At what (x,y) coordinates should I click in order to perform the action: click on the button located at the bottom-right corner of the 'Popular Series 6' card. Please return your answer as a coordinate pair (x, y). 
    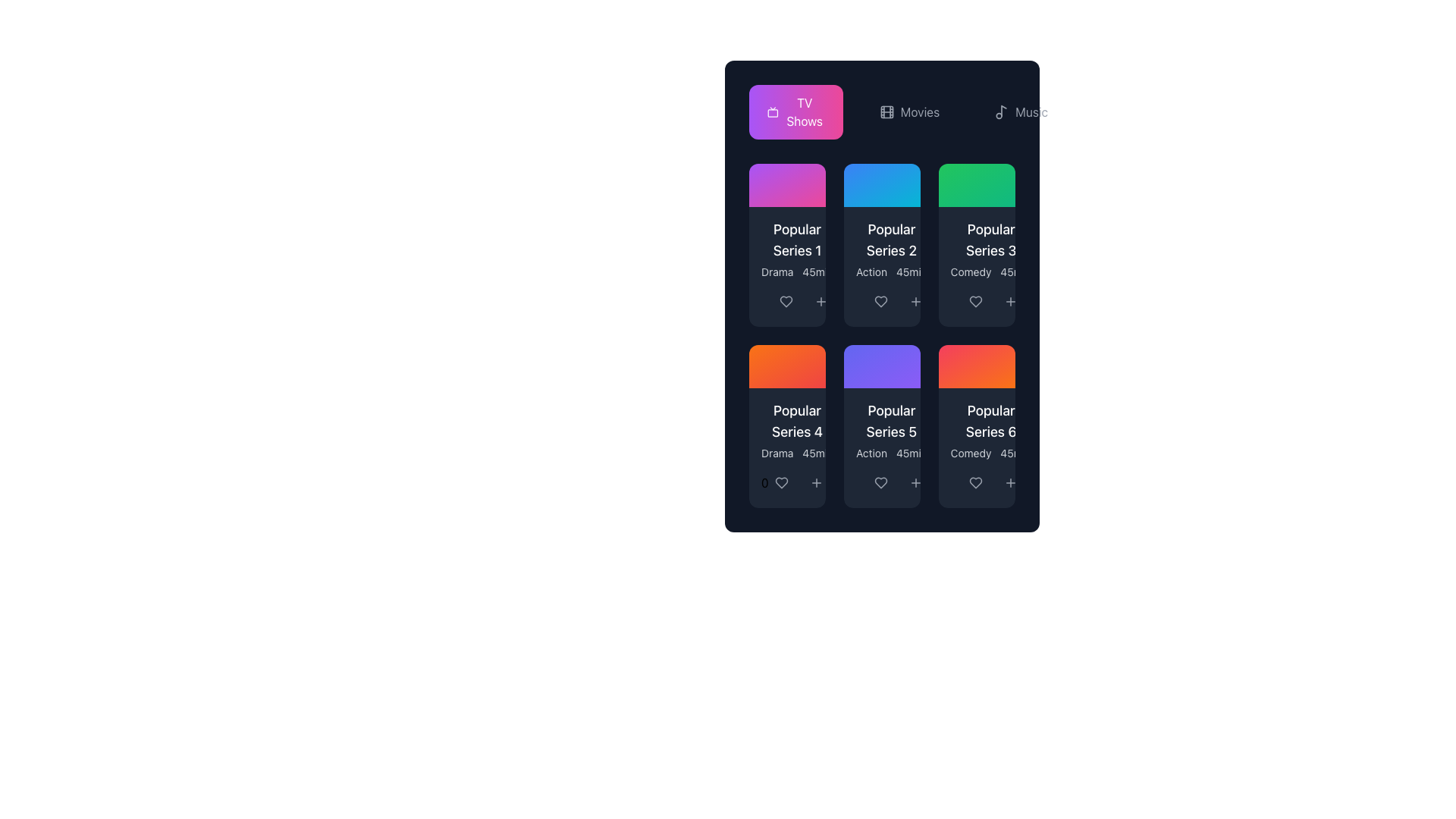
    Looking at the image, I should click on (1011, 482).